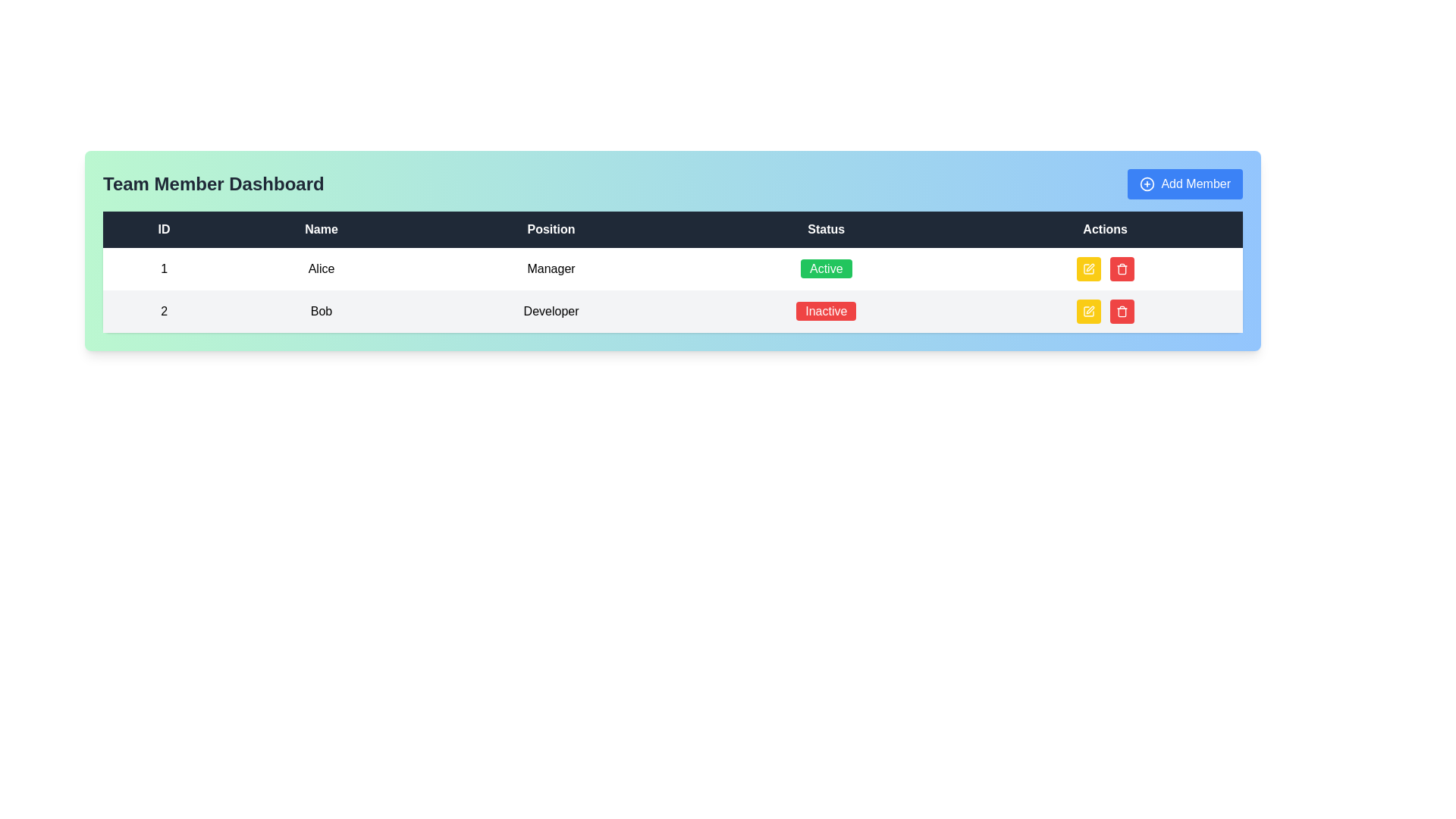 Image resolution: width=1456 pixels, height=819 pixels. Describe the element at coordinates (1087, 311) in the screenshot. I see `the Icon button located in the 'Actions' column of the second row in the table` at that location.